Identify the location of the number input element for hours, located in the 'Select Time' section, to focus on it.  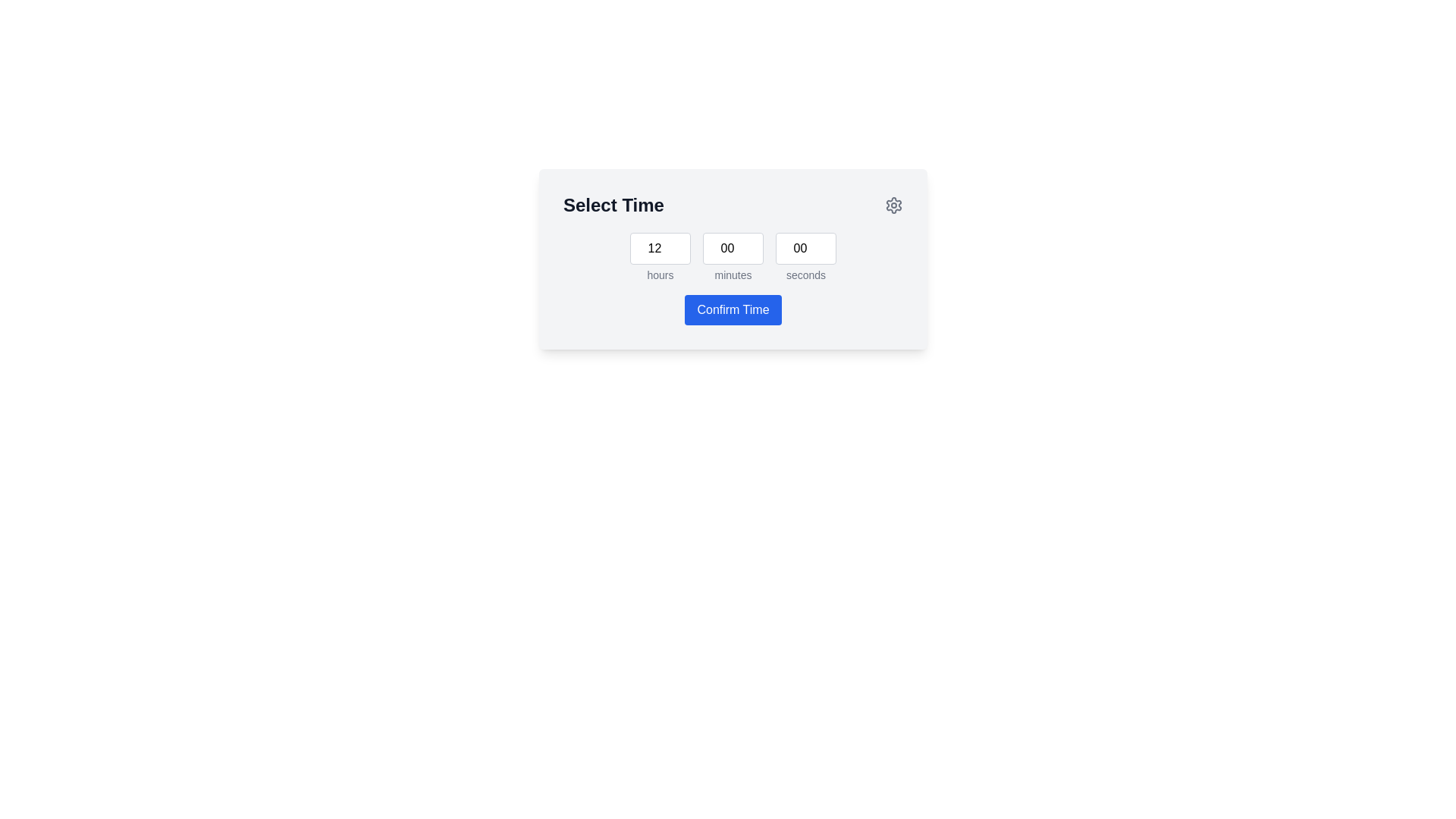
(660, 256).